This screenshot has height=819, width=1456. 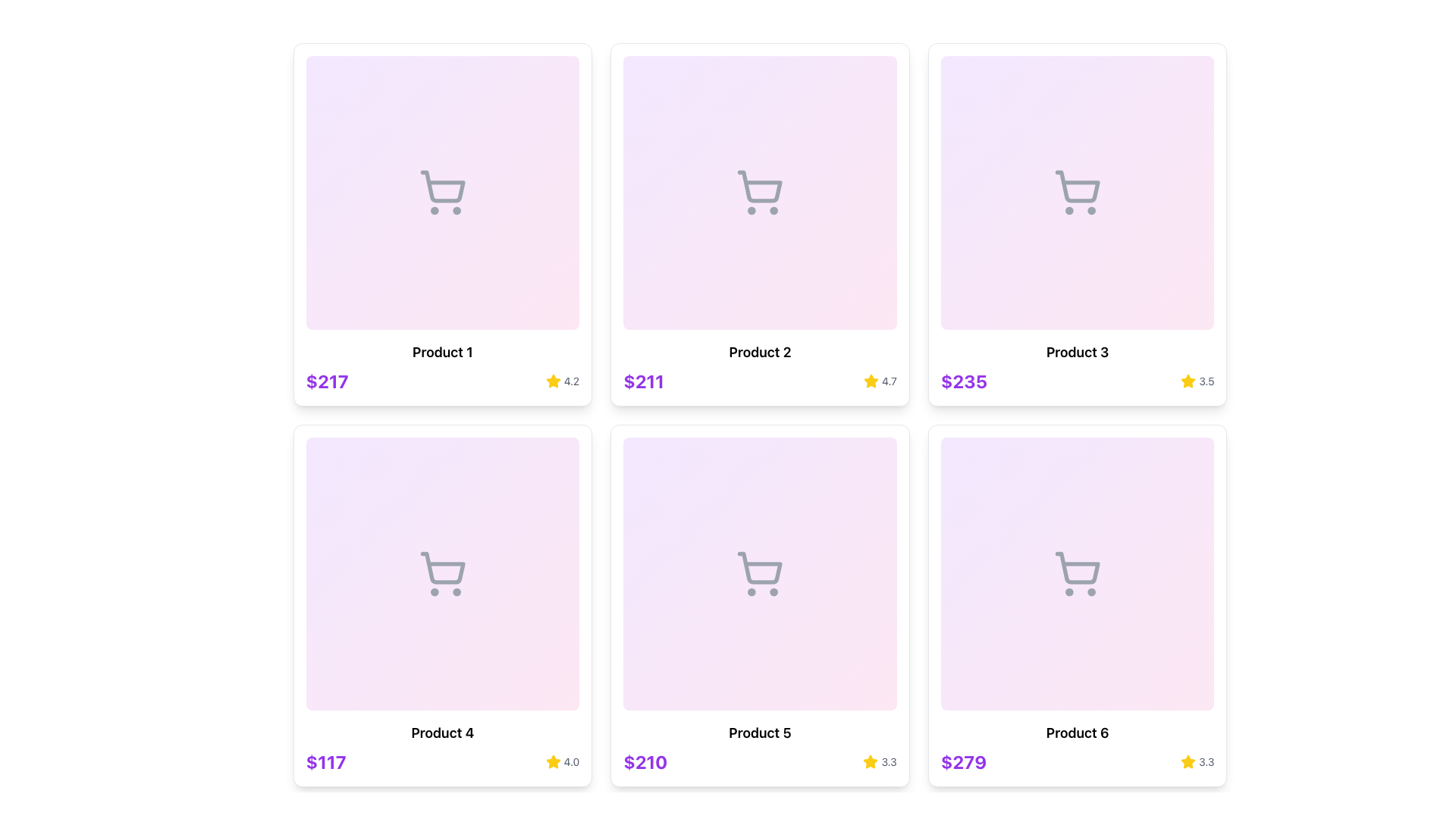 I want to click on the yellow star icon located in the first product card of the grid layout, which is positioned to the right of the numeric text '4.2' and below the product price, so click(x=552, y=380).